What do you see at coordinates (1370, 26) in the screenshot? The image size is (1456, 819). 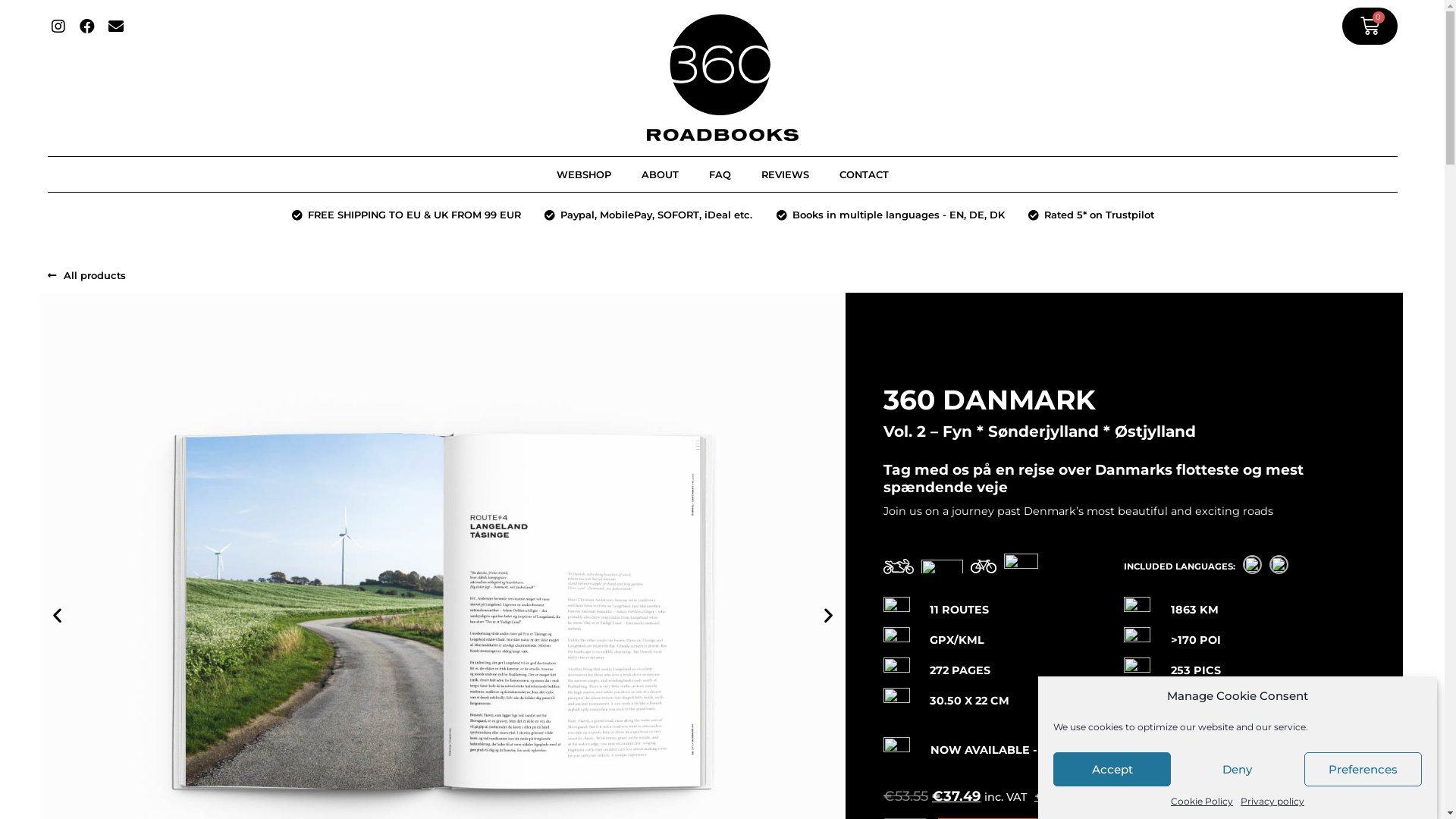 I see `'0'` at bounding box center [1370, 26].